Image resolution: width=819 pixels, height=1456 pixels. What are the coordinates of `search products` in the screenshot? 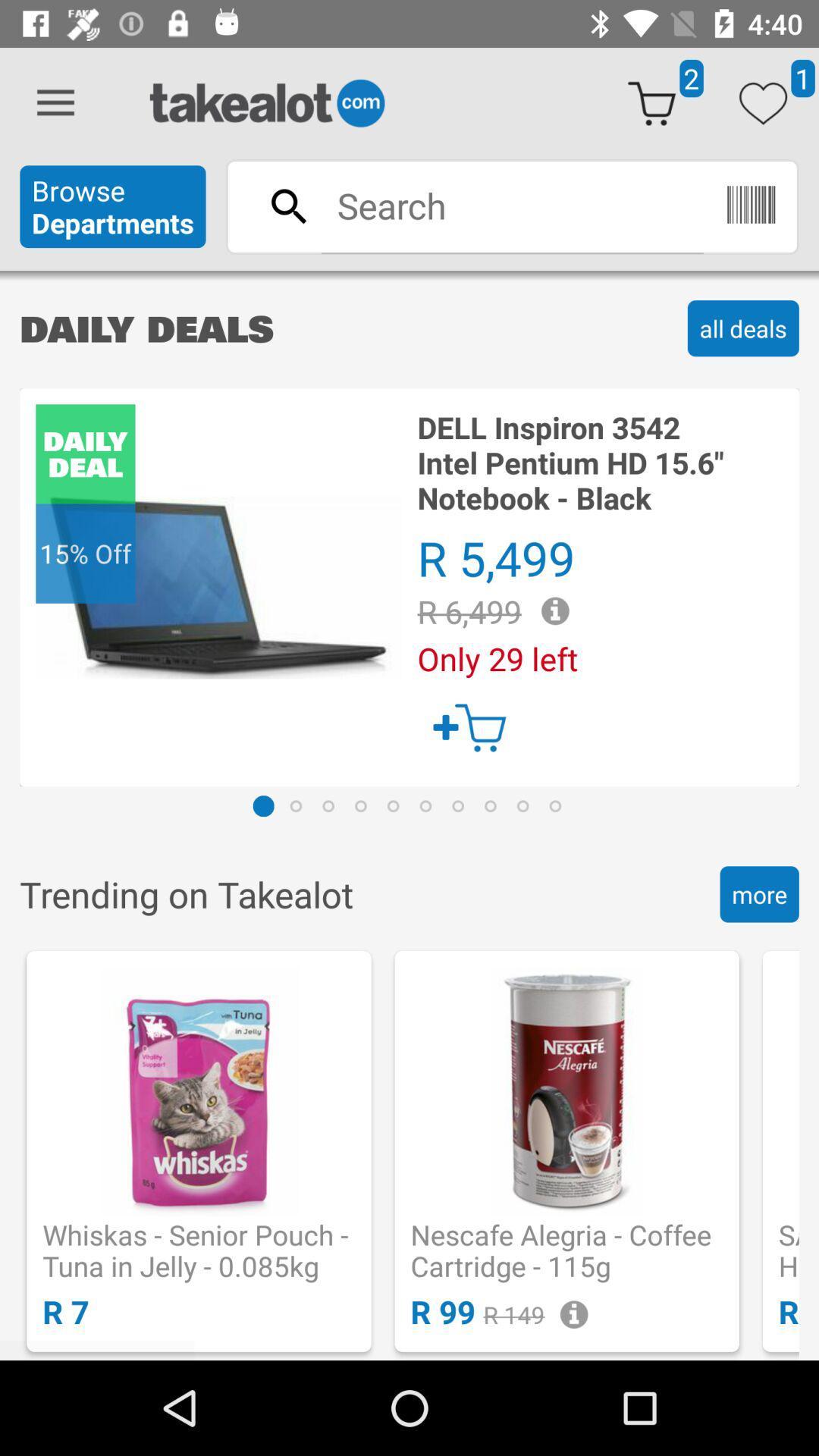 It's located at (512, 205).